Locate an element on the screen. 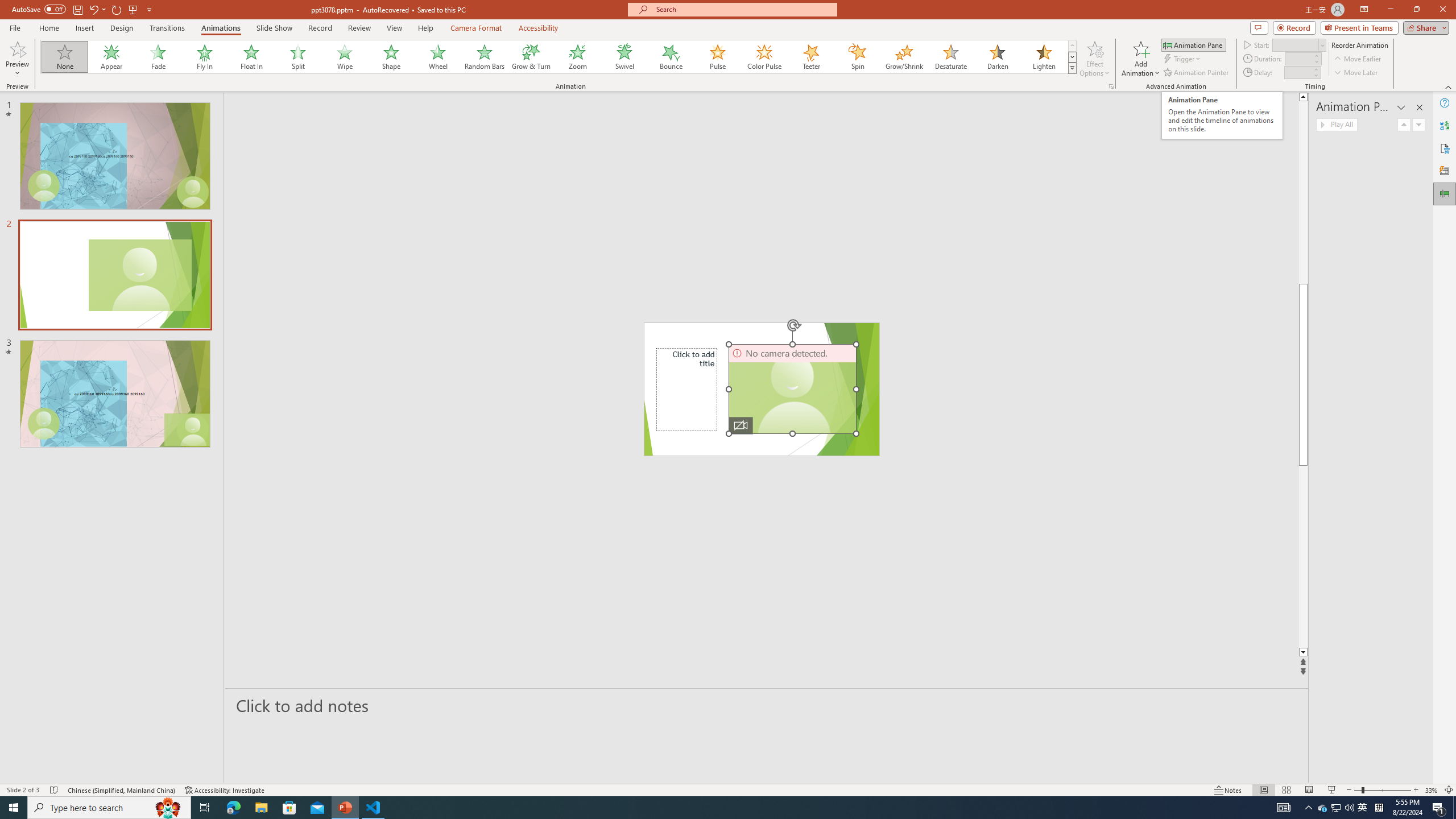  'AutomationID: AnimationGallery' is located at coordinates (559, 56).